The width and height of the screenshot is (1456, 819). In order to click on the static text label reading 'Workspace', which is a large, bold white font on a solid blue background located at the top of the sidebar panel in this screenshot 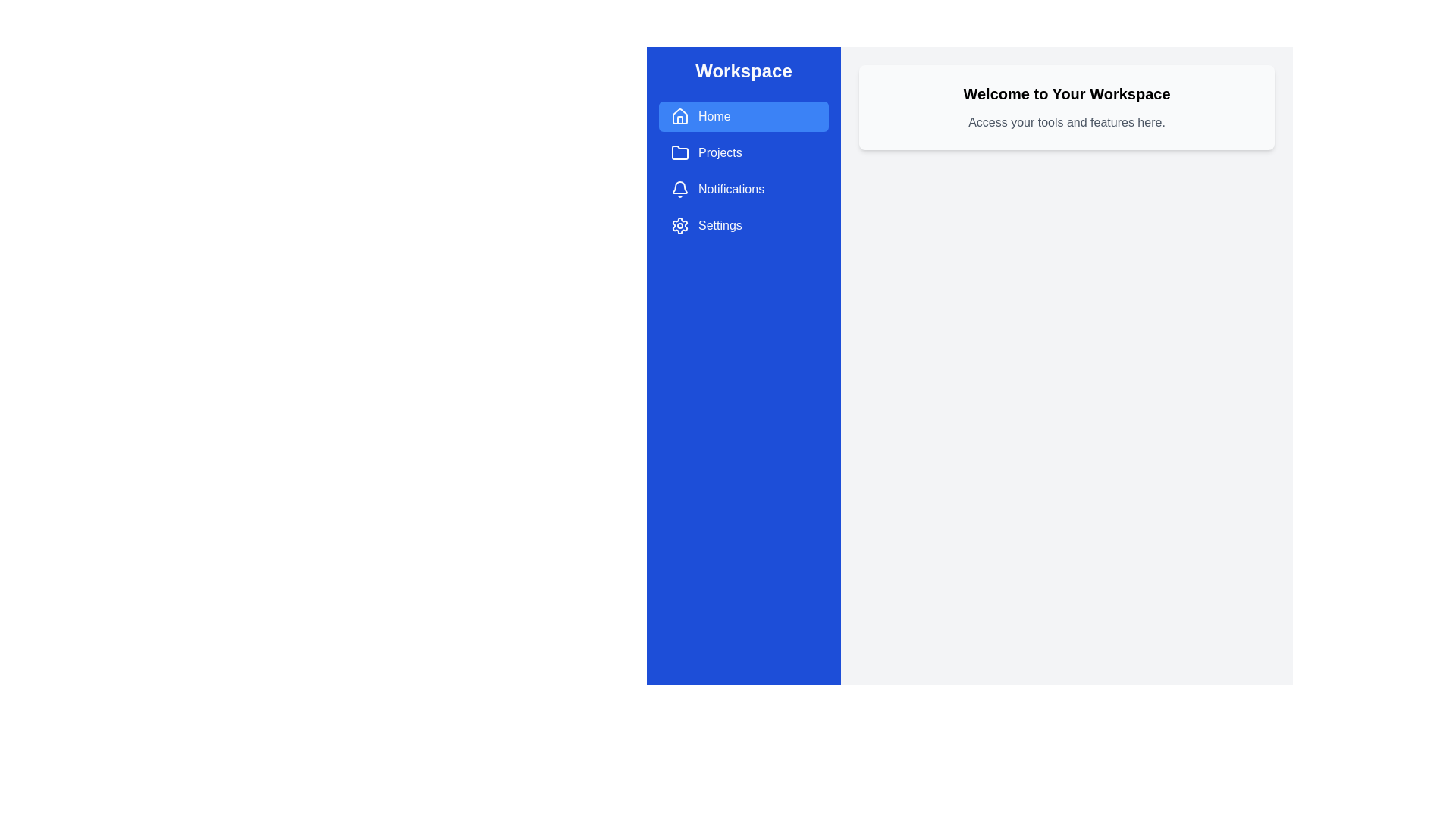, I will do `click(743, 71)`.